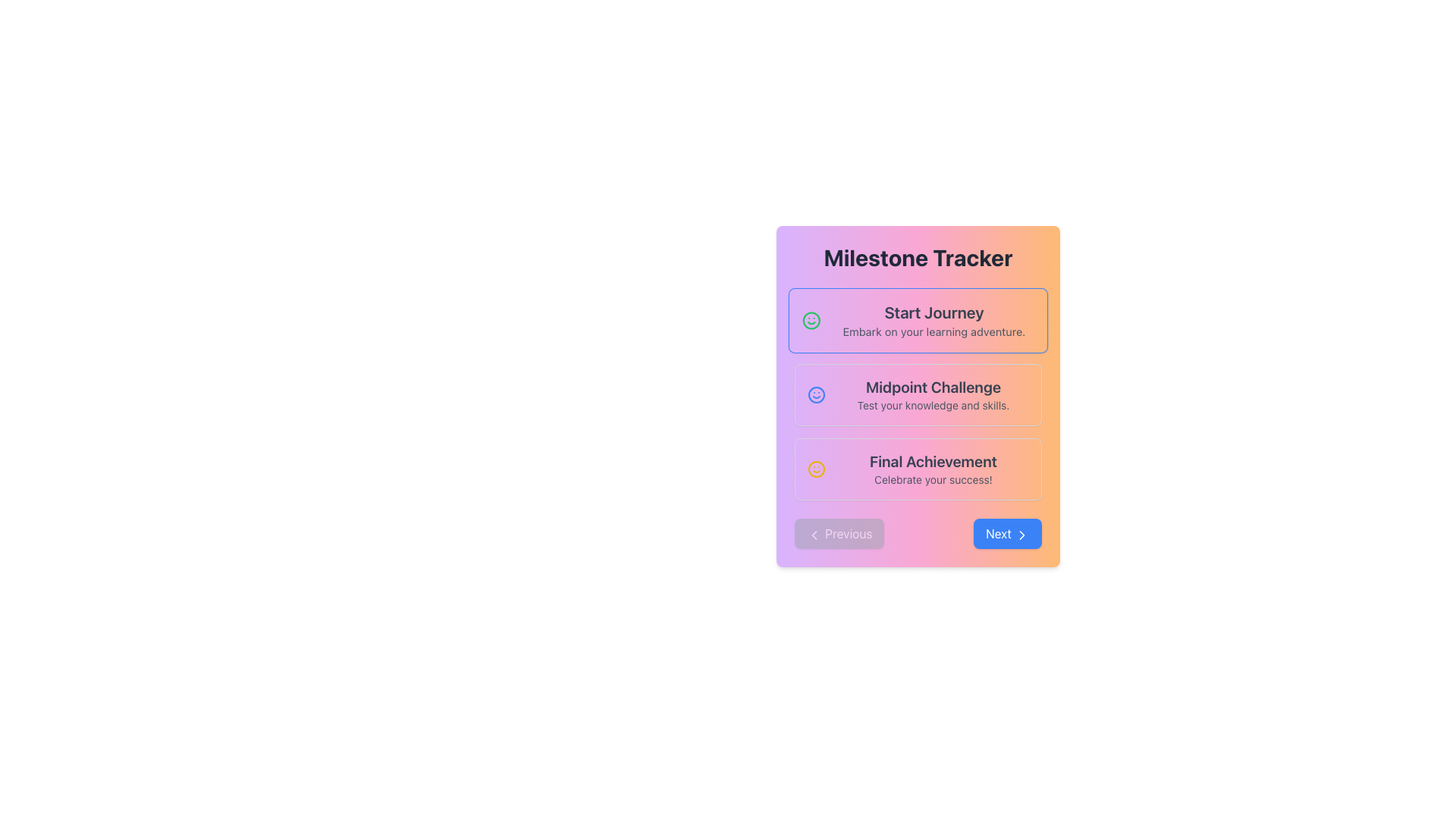 Image resolution: width=1456 pixels, height=819 pixels. What do you see at coordinates (932, 461) in the screenshot?
I see `text of the 'Final Achievement' label, which is styled with a bold, large font size and gray color, located in the 'Milestone Tracker' card` at bounding box center [932, 461].